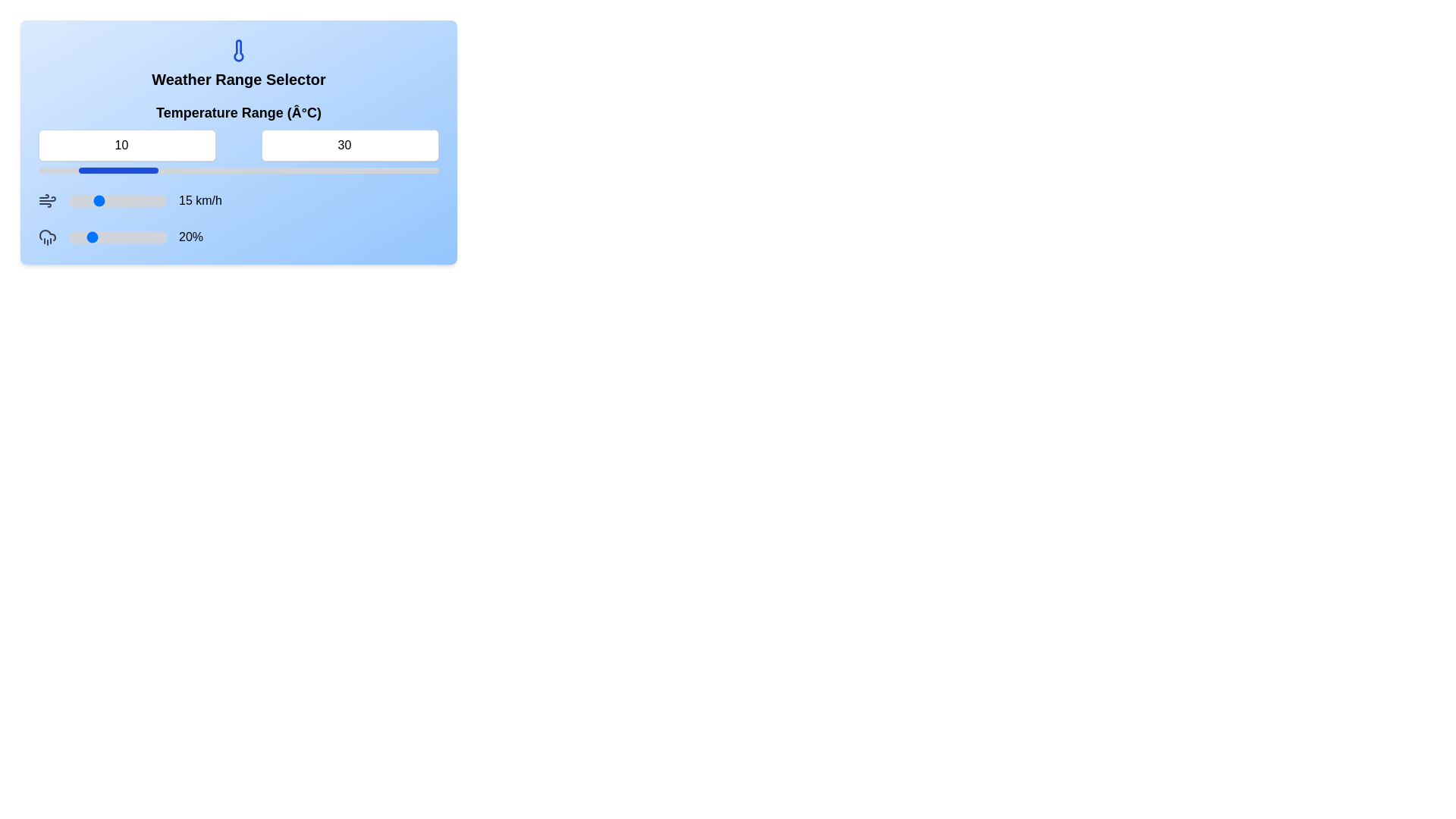 The width and height of the screenshot is (1456, 819). Describe the element at coordinates (162, 200) in the screenshot. I see `the speed` at that location.